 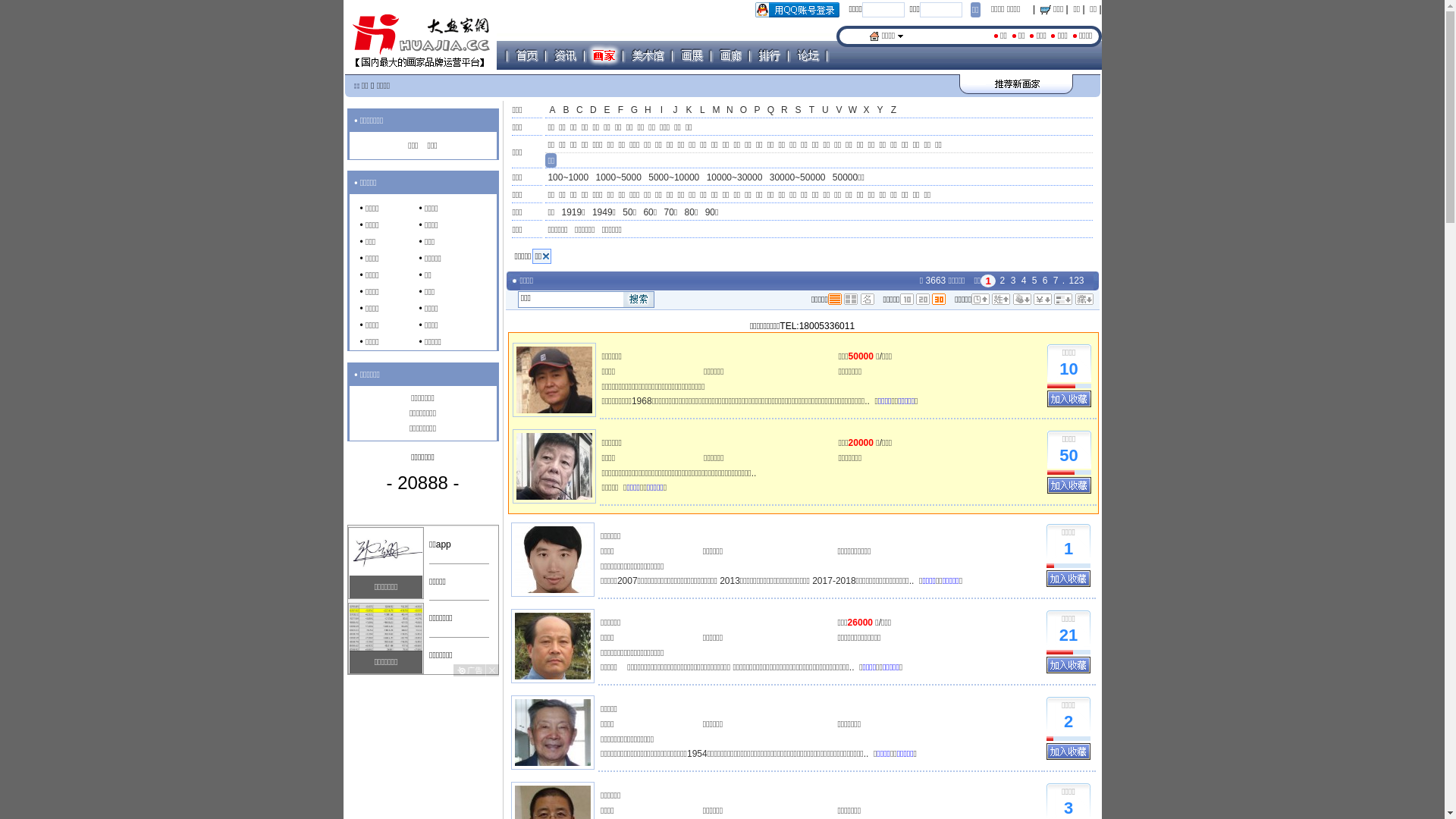 I want to click on 'U', so click(x=817, y=110).